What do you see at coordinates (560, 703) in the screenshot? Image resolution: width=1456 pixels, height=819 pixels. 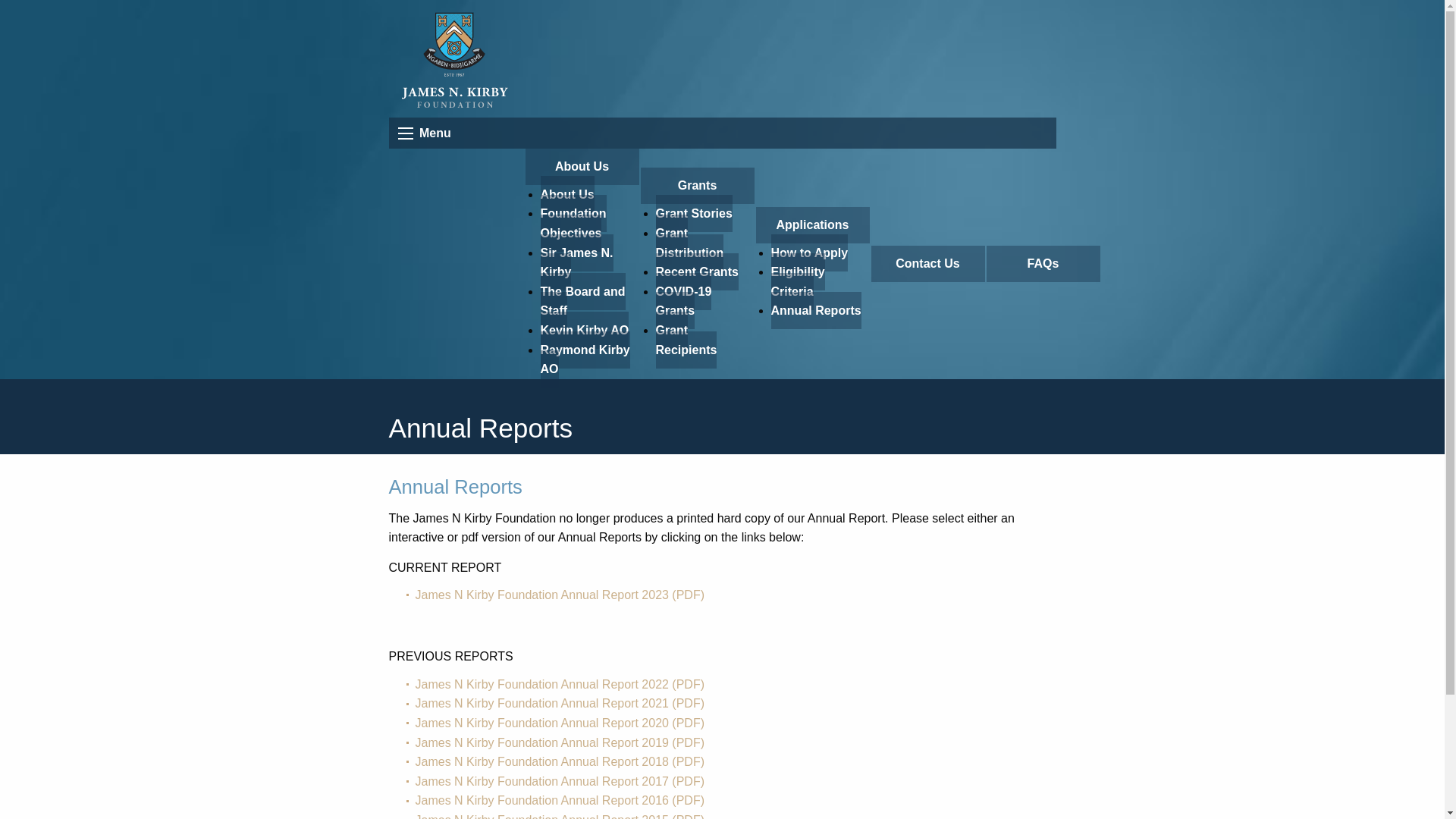 I see `'James N Kirby Foundation Annual Report 2021 (PDF)'` at bounding box center [560, 703].